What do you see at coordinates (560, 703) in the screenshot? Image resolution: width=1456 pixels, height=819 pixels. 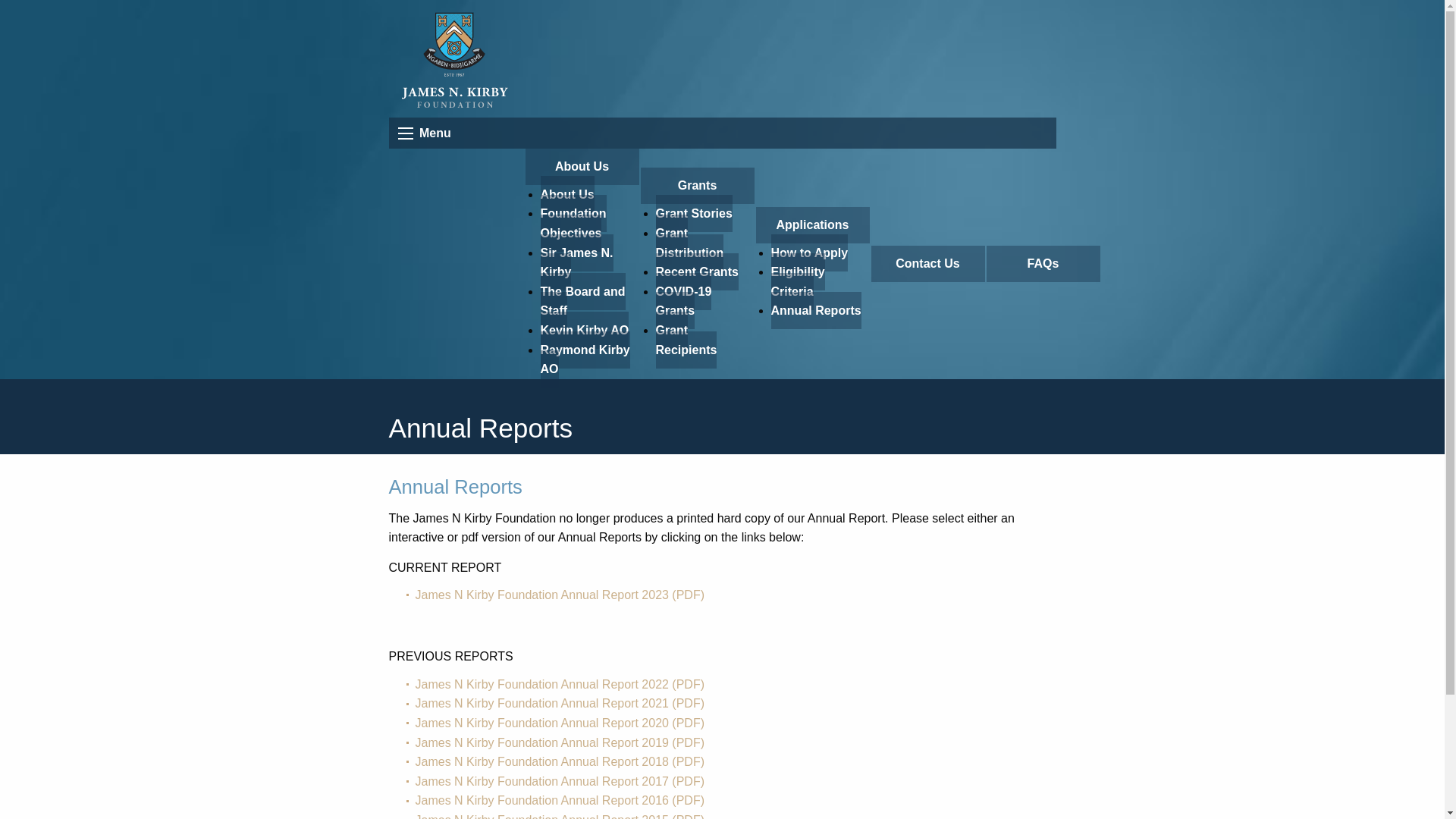 I see `'James N Kirby Foundation Annual Report 2021 (PDF)'` at bounding box center [560, 703].